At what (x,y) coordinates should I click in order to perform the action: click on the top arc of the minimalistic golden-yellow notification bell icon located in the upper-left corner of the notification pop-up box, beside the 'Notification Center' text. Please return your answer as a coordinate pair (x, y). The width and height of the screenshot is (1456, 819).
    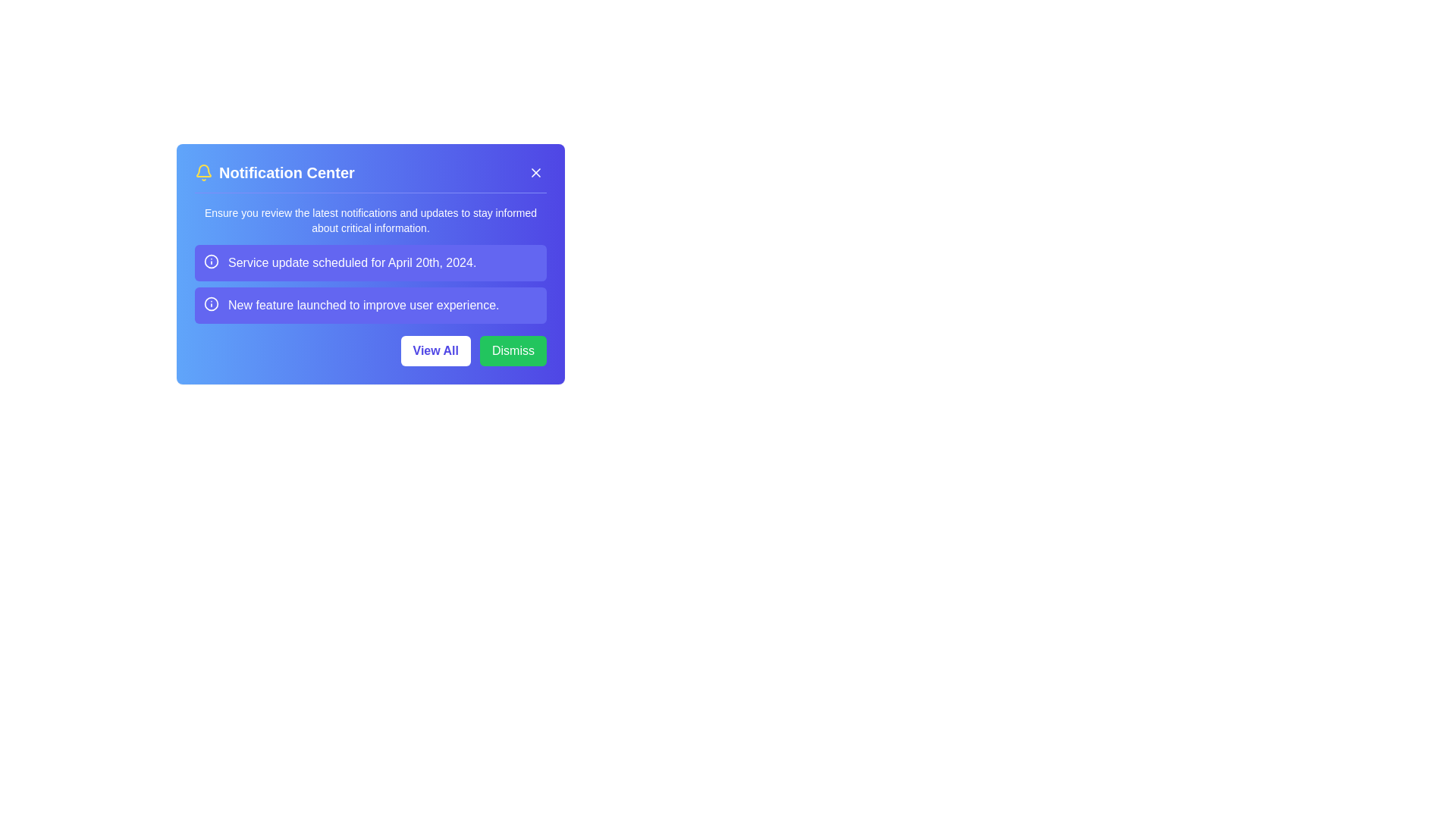
    Looking at the image, I should click on (202, 171).